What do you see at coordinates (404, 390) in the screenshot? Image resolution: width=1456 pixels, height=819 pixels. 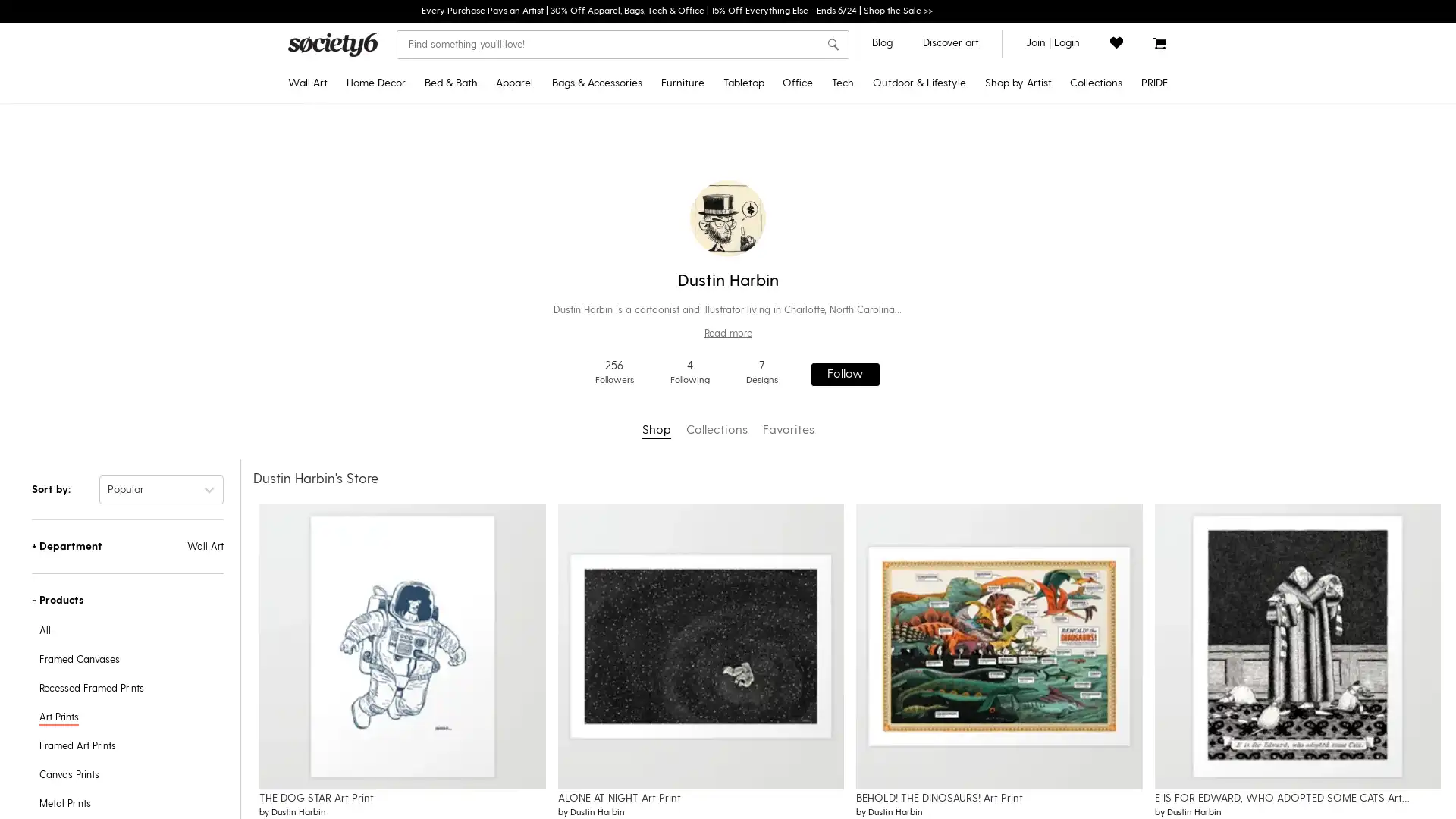 I see `Wall Murals` at bounding box center [404, 390].